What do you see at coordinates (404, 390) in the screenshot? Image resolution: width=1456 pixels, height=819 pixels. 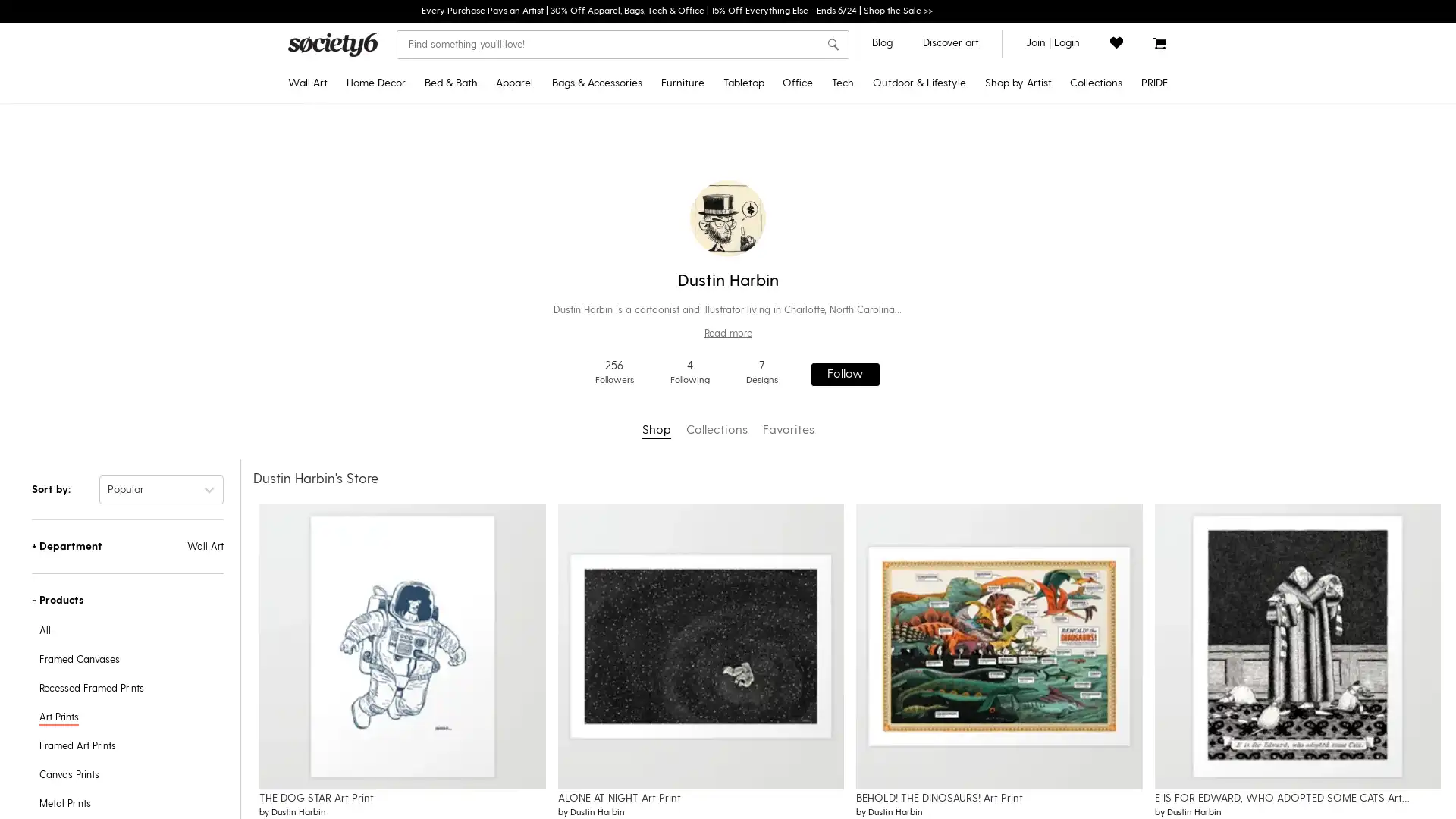 I see `Wall Murals` at bounding box center [404, 390].